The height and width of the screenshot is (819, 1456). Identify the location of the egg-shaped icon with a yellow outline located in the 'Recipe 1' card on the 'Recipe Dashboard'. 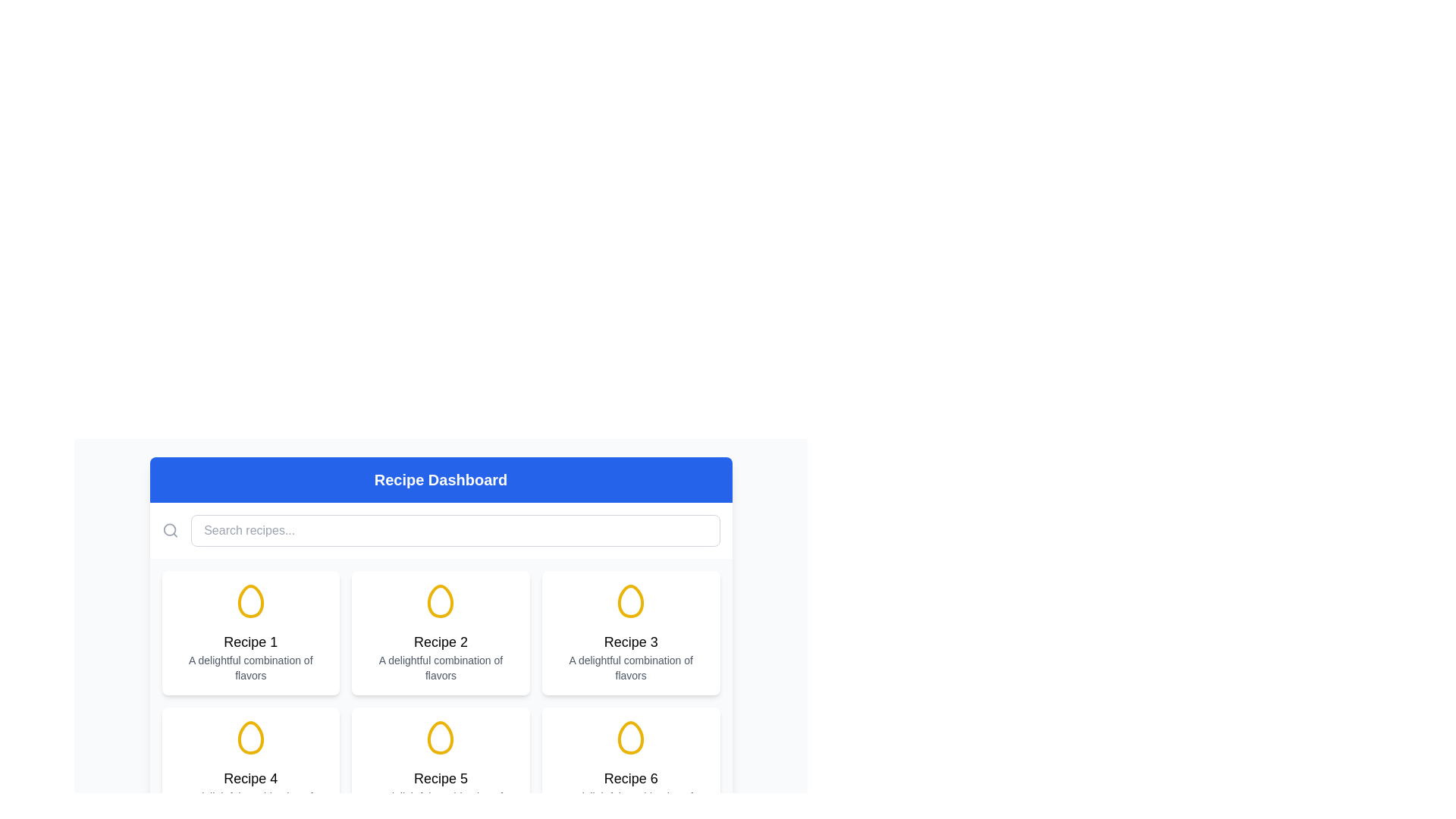
(250, 601).